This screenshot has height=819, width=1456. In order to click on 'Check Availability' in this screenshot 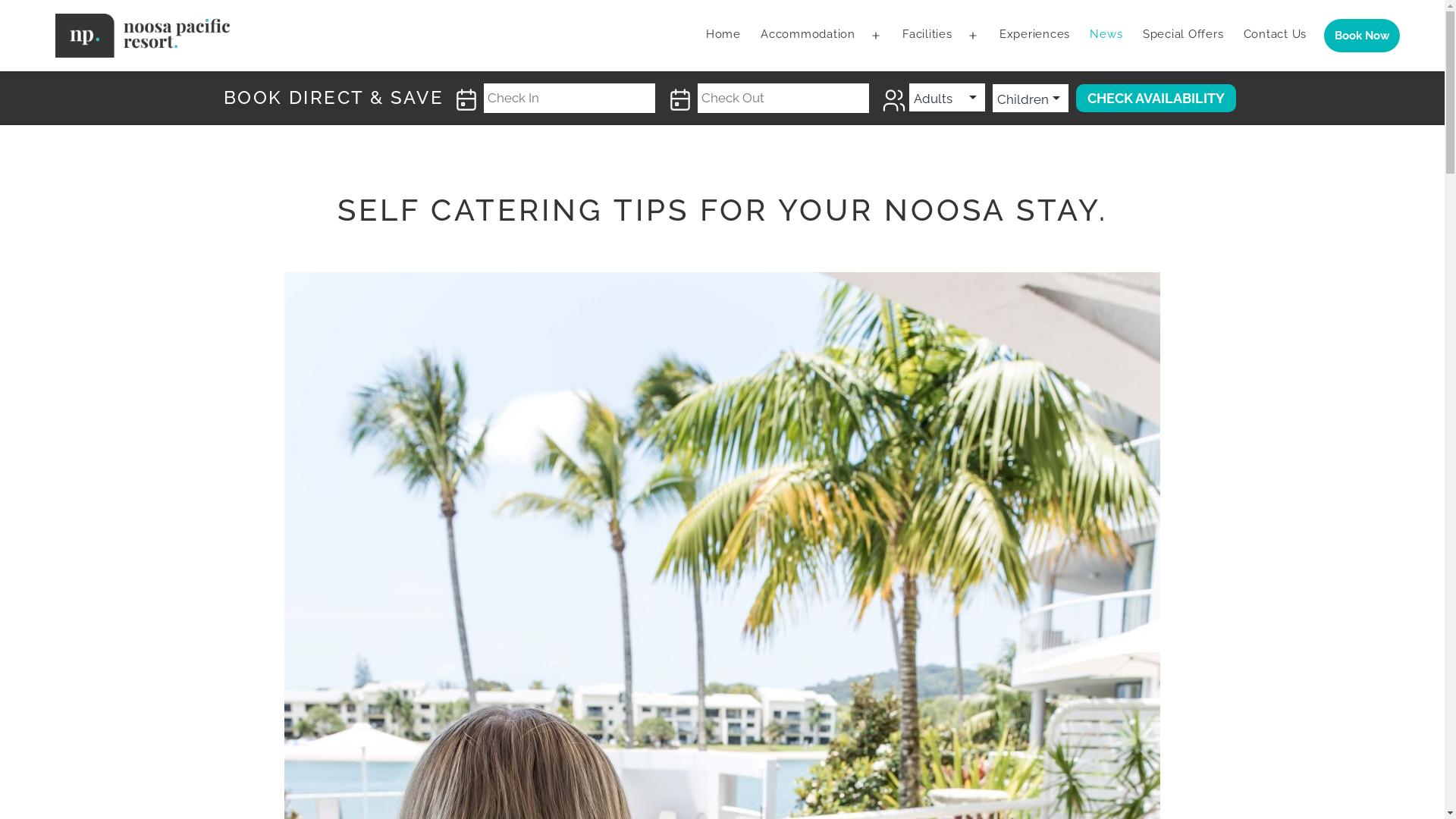, I will do `click(1155, 98)`.